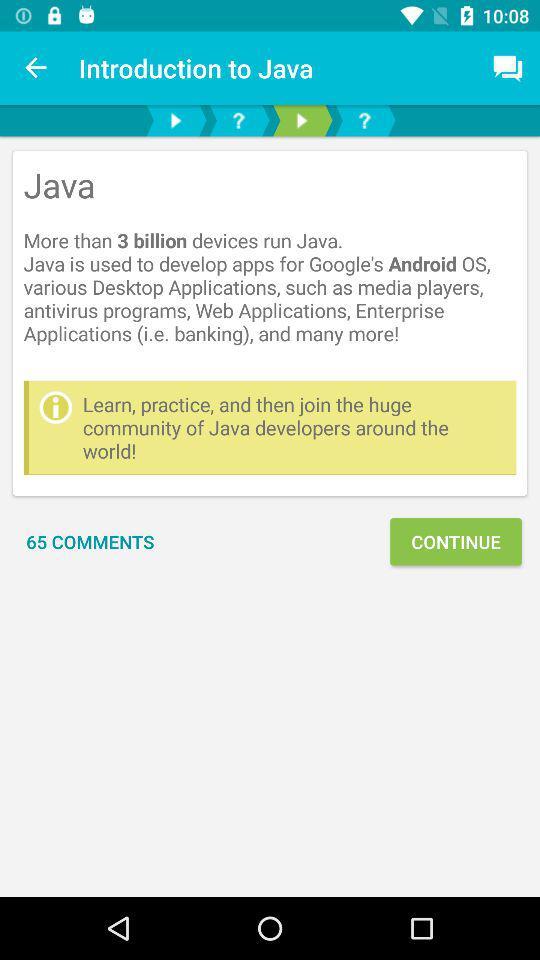 Image resolution: width=540 pixels, height=960 pixels. Describe the element at coordinates (175, 120) in the screenshot. I see `press play` at that location.